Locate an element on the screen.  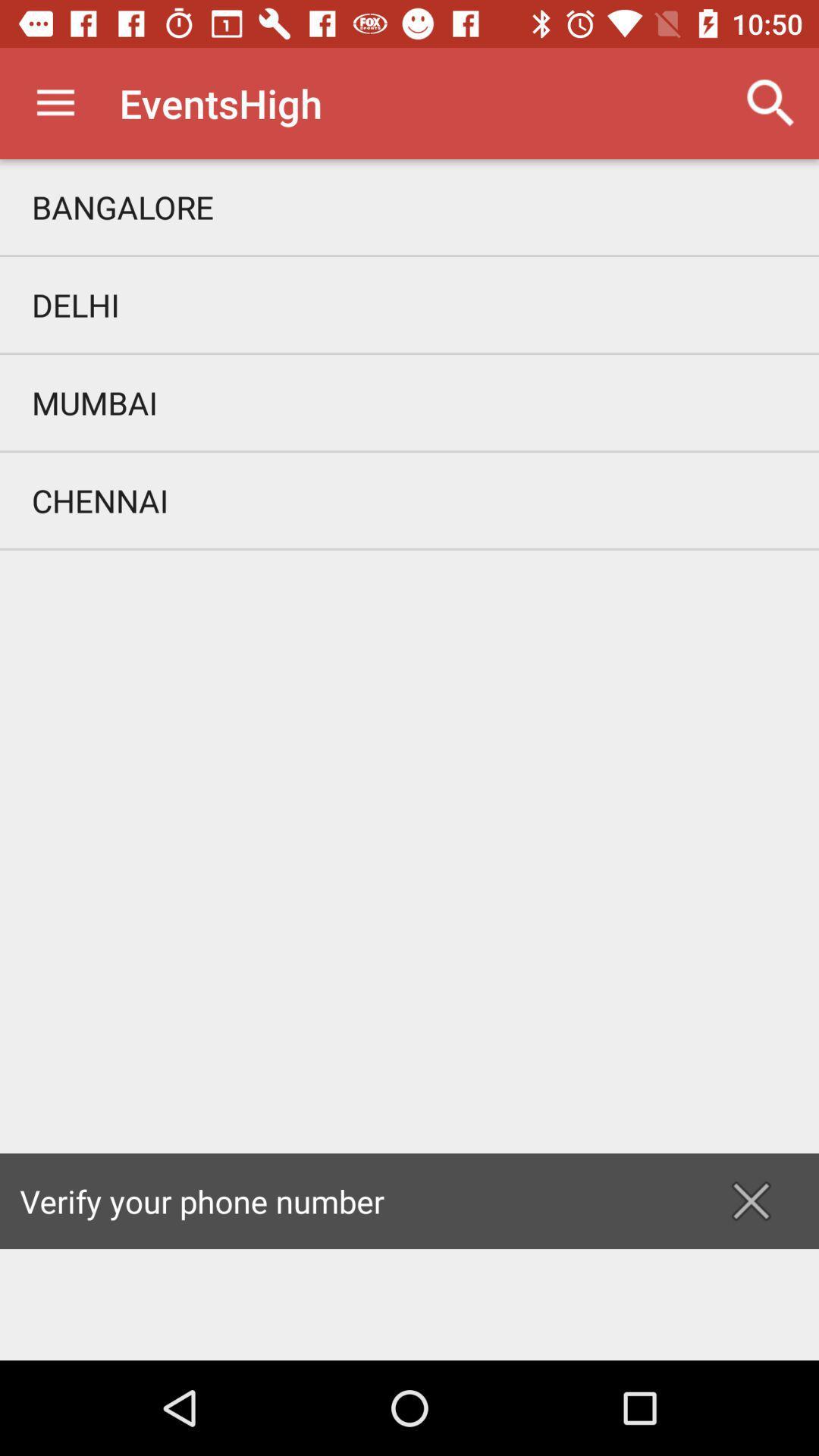
mumbai icon is located at coordinates (409, 403).